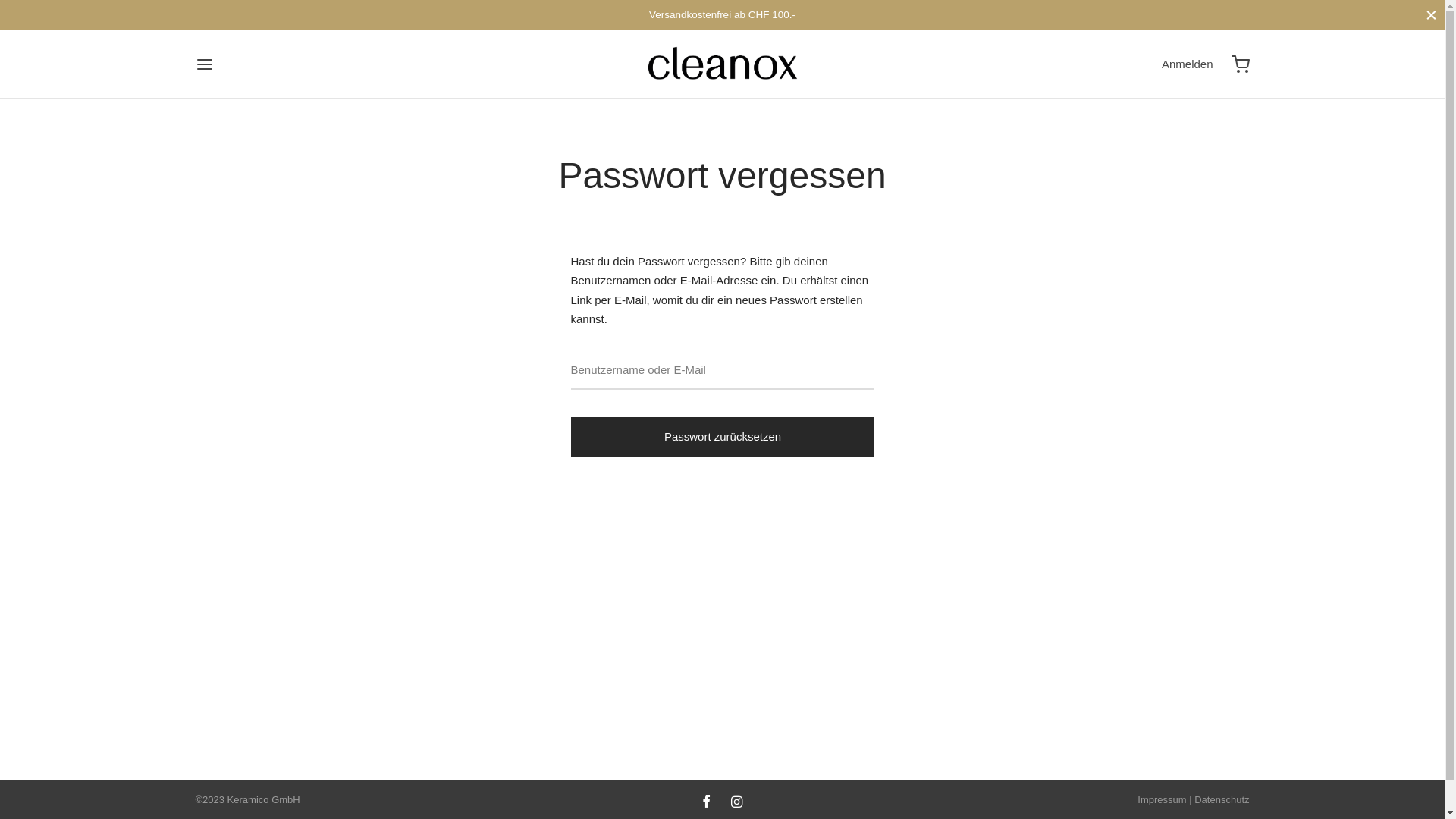  I want to click on 'Datenschutz', so click(1222, 799).